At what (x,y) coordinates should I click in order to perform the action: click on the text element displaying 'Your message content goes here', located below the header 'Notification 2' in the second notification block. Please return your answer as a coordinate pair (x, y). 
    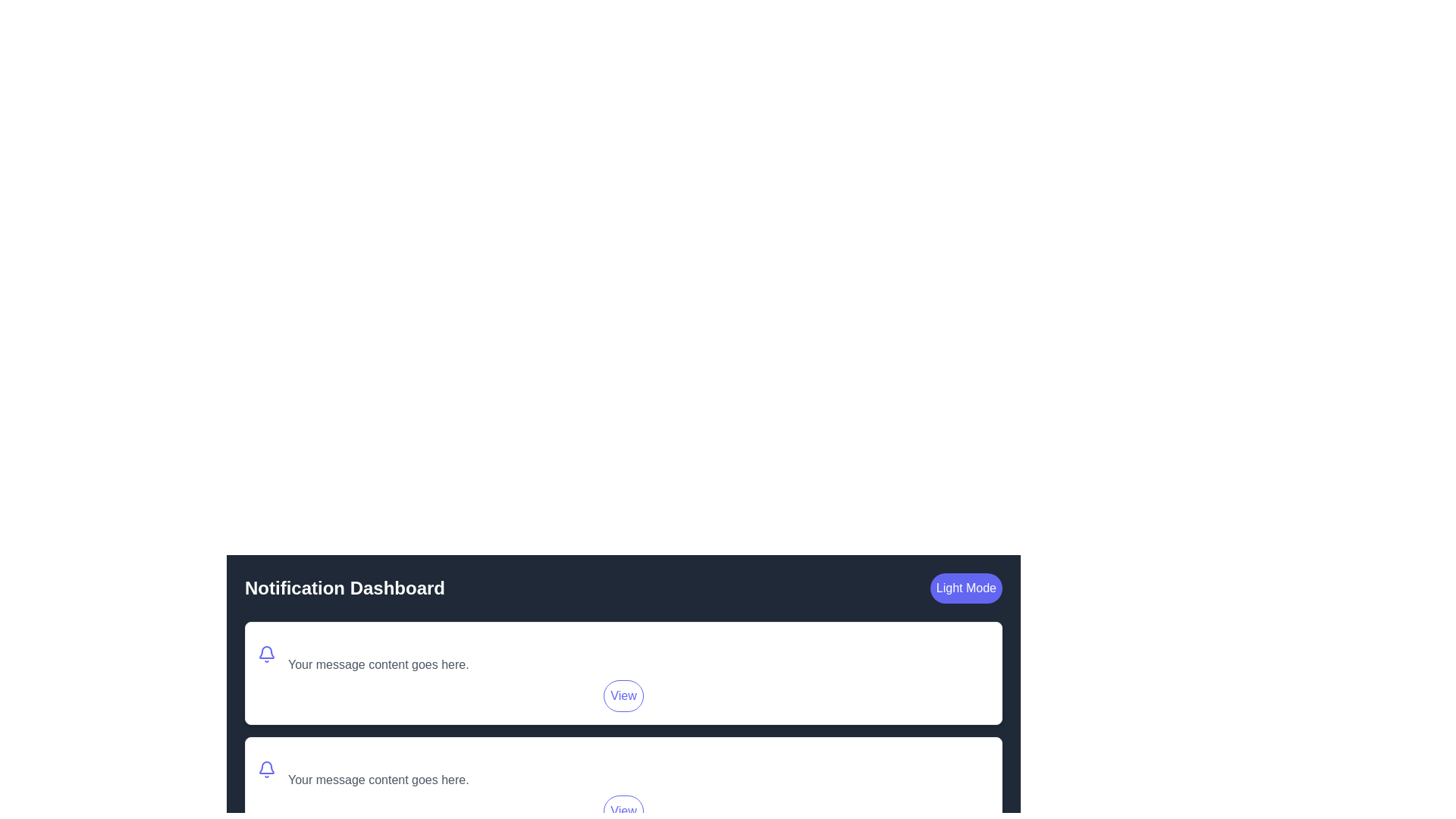
    Looking at the image, I should click on (378, 780).